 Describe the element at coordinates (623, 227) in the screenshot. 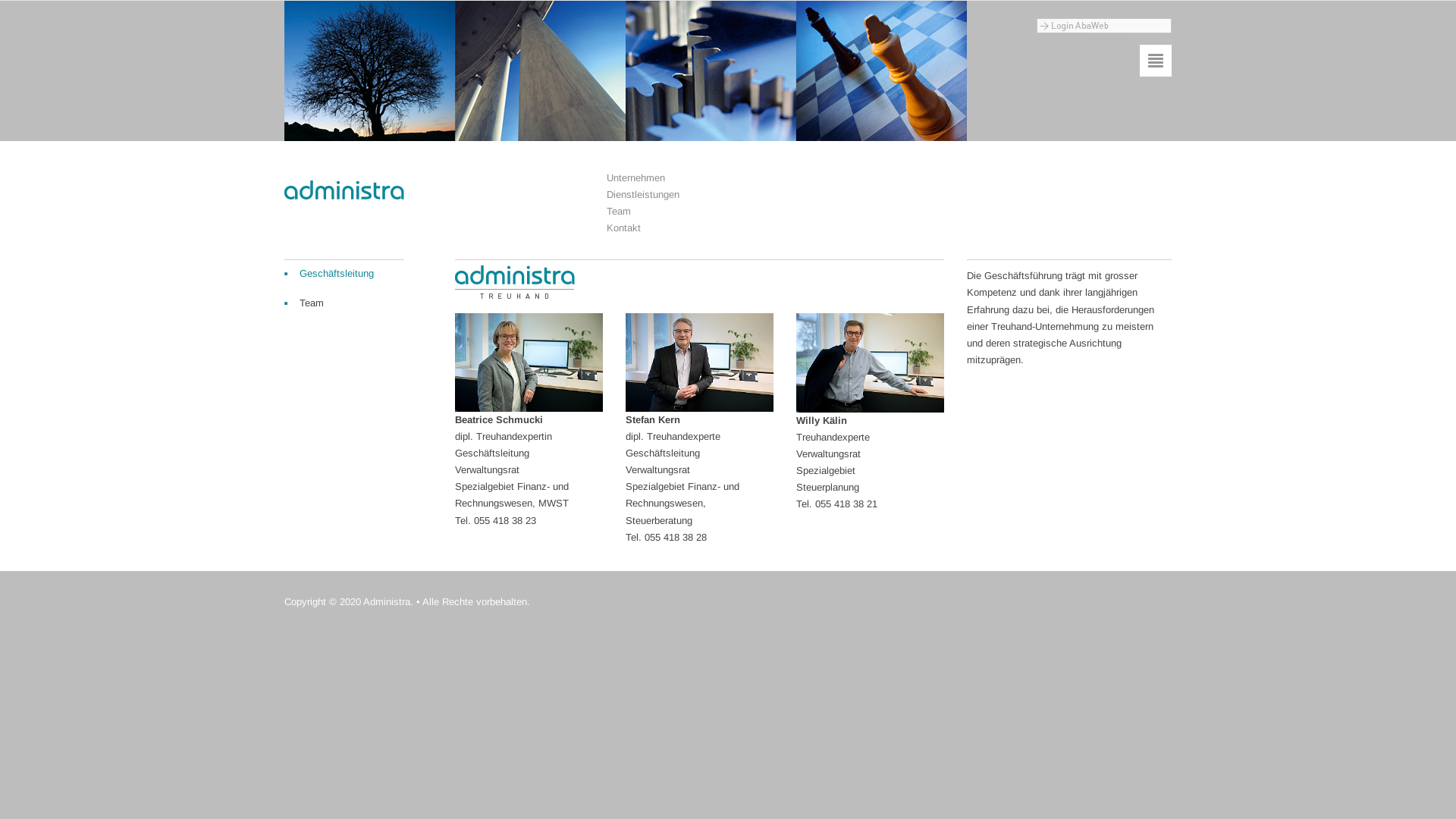

I see `'Kontakt'` at that location.